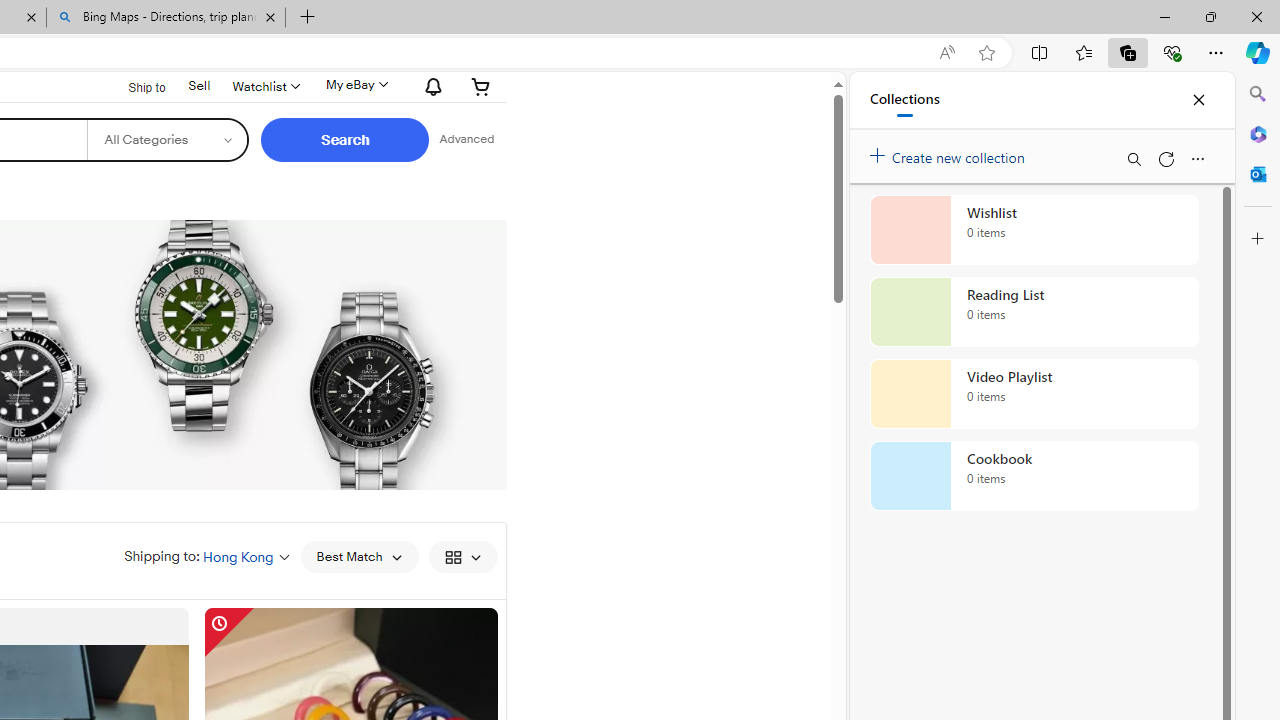  I want to click on 'Advanced Search', so click(466, 139).